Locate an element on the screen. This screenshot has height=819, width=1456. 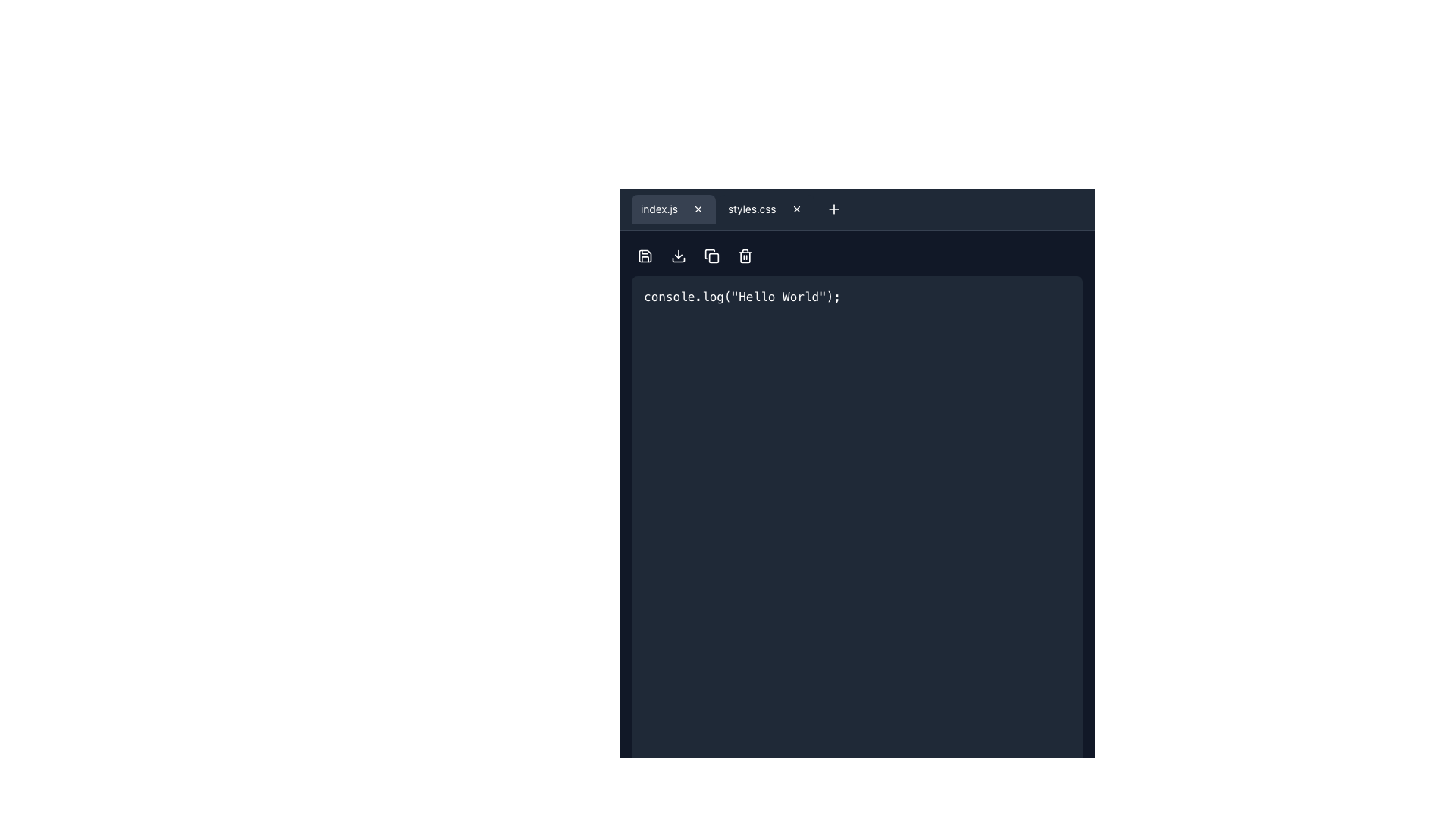
the 'X' icon on the tab labeled 'styles.css' is located at coordinates (766, 209).